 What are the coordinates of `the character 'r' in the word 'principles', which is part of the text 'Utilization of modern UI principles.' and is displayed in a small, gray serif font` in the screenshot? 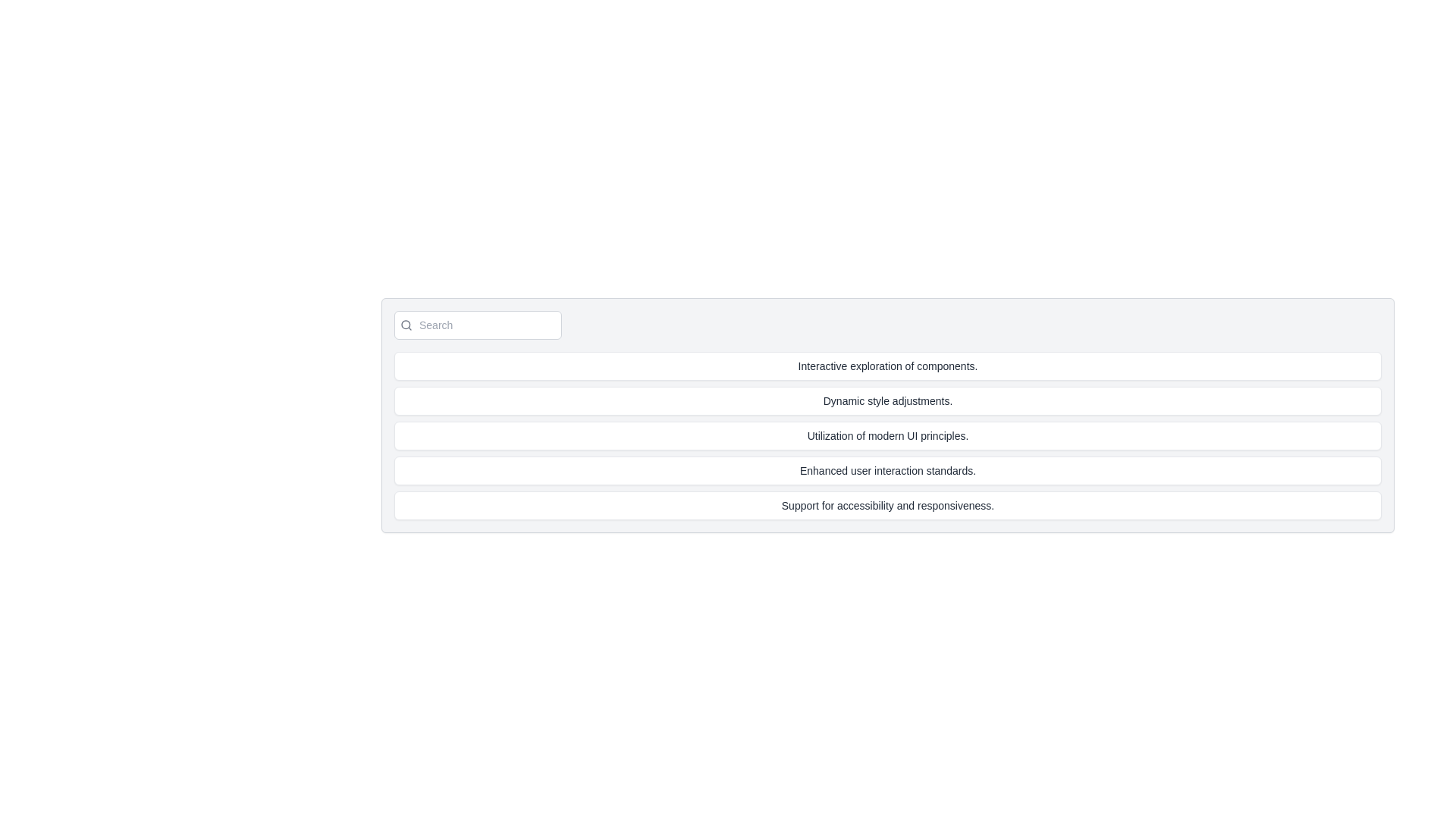 It's located at (927, 435).